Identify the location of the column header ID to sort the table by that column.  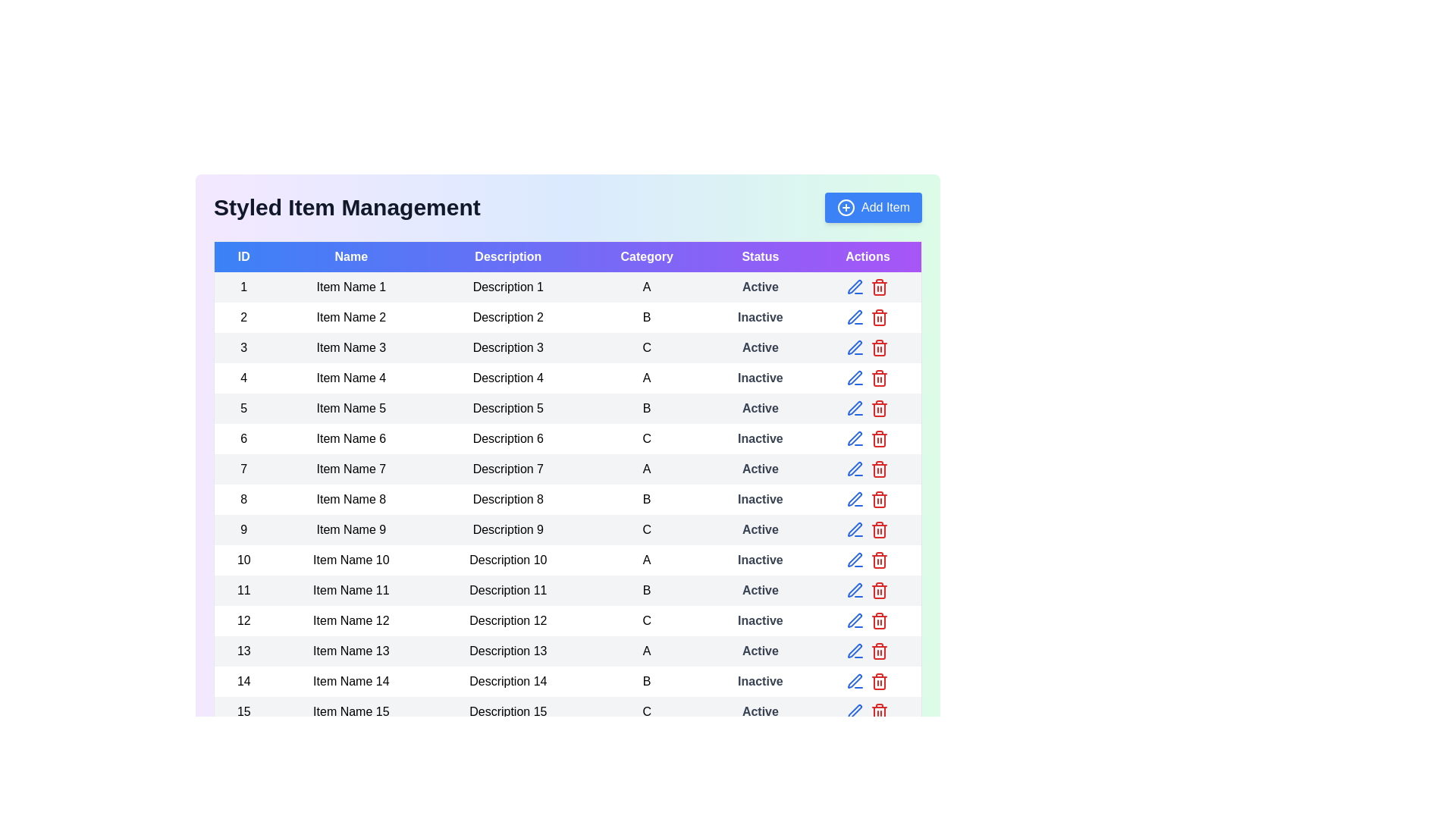
(243, 256).